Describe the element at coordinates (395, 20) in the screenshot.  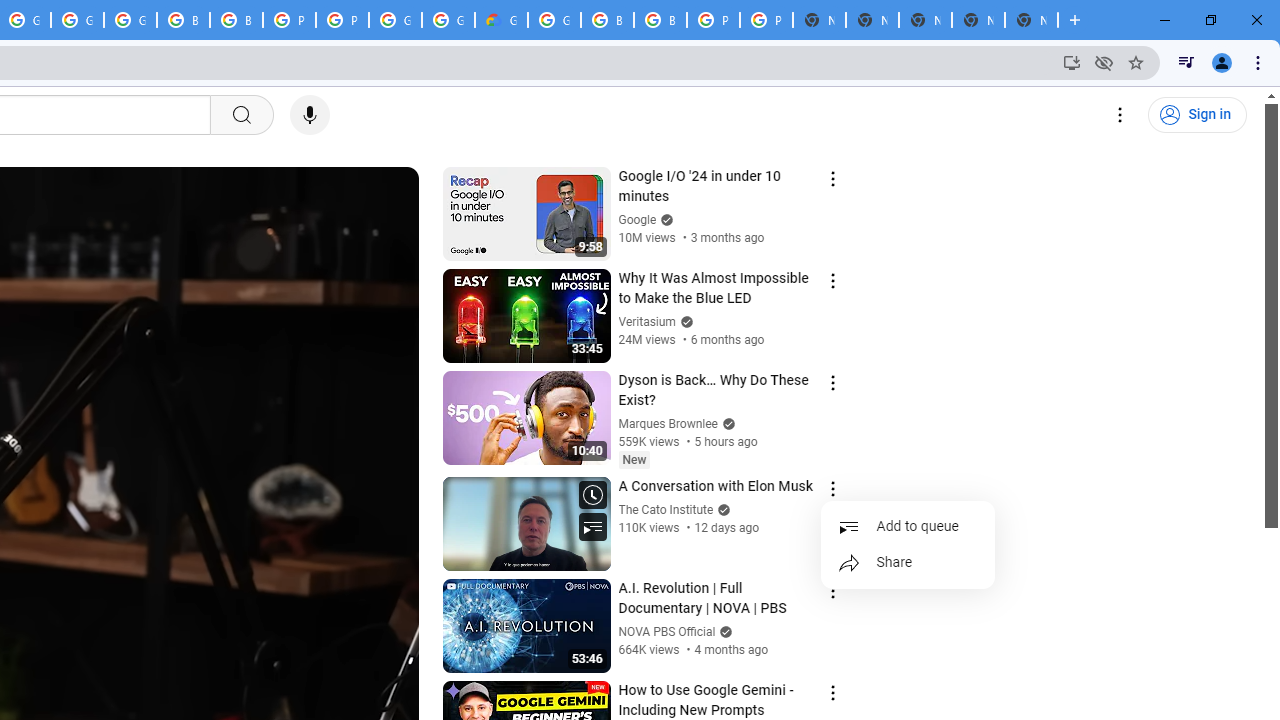
I see `'Google Cloud Platform'` at that location.